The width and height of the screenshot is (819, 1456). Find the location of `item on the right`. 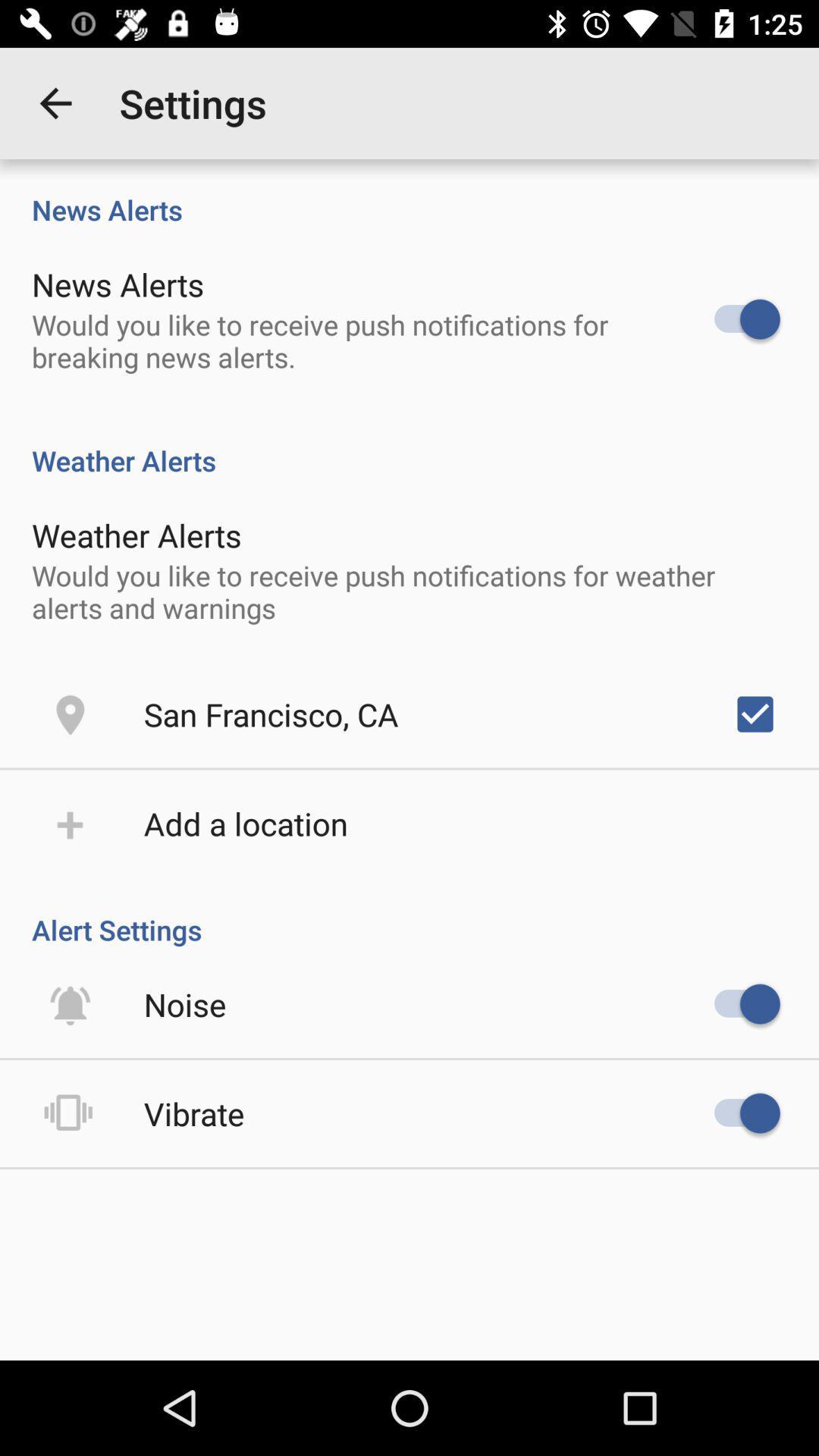

item on the right is located at coordinates (755, 713).